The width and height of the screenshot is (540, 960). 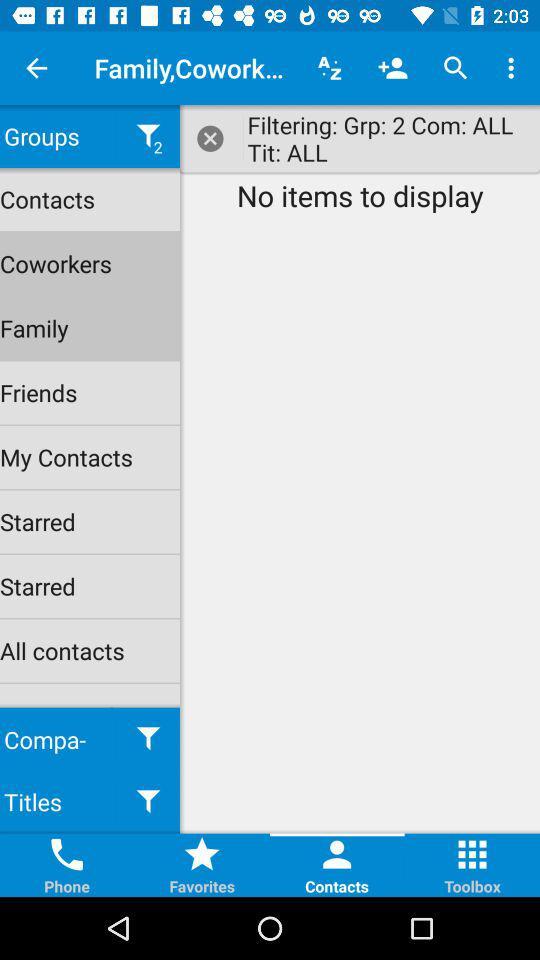 I want to click on the filter icon, so click(x=147, y=738).